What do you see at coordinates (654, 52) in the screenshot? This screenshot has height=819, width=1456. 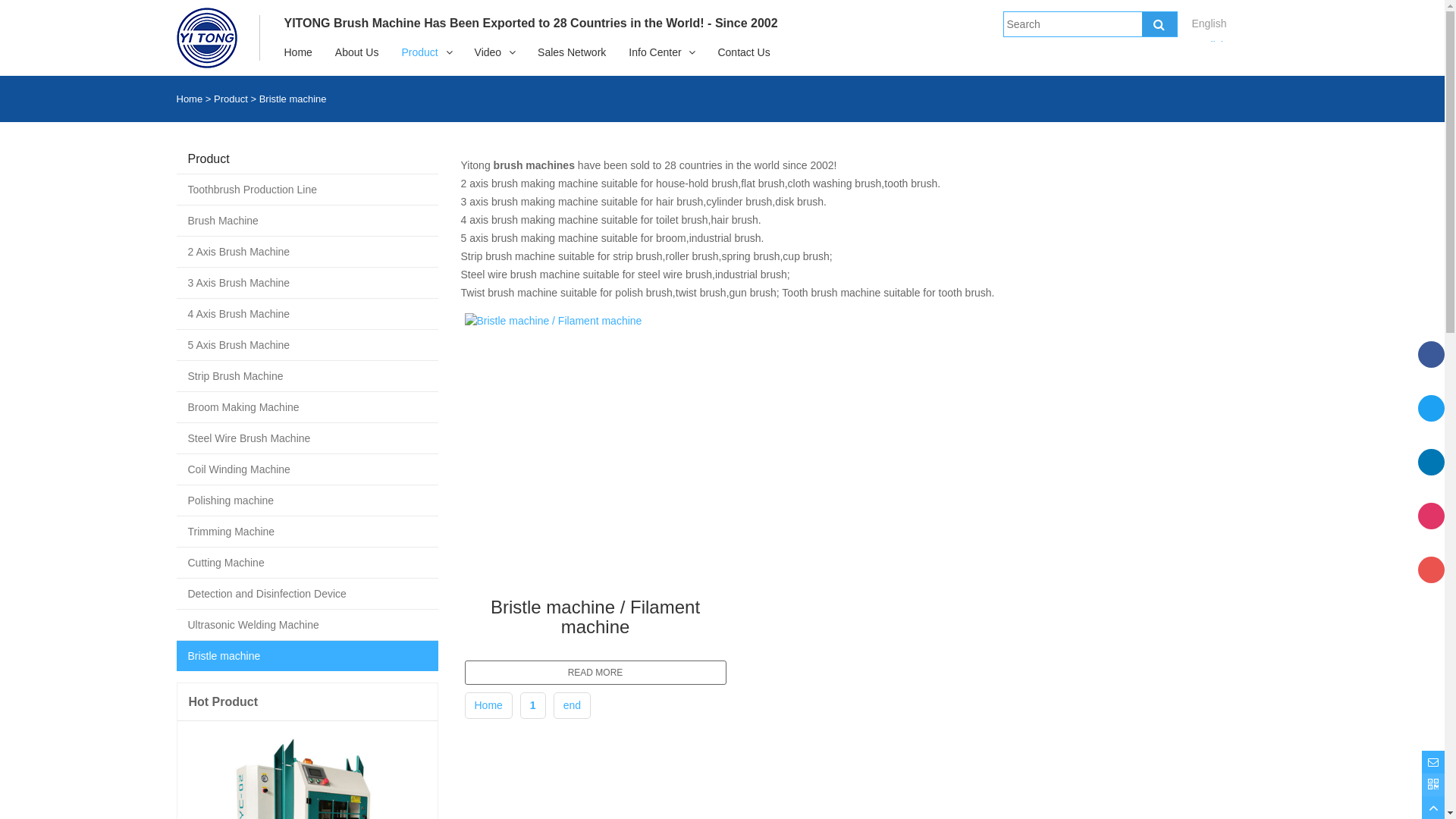 I see `'Info Center'` at bounding box center [654, 52].